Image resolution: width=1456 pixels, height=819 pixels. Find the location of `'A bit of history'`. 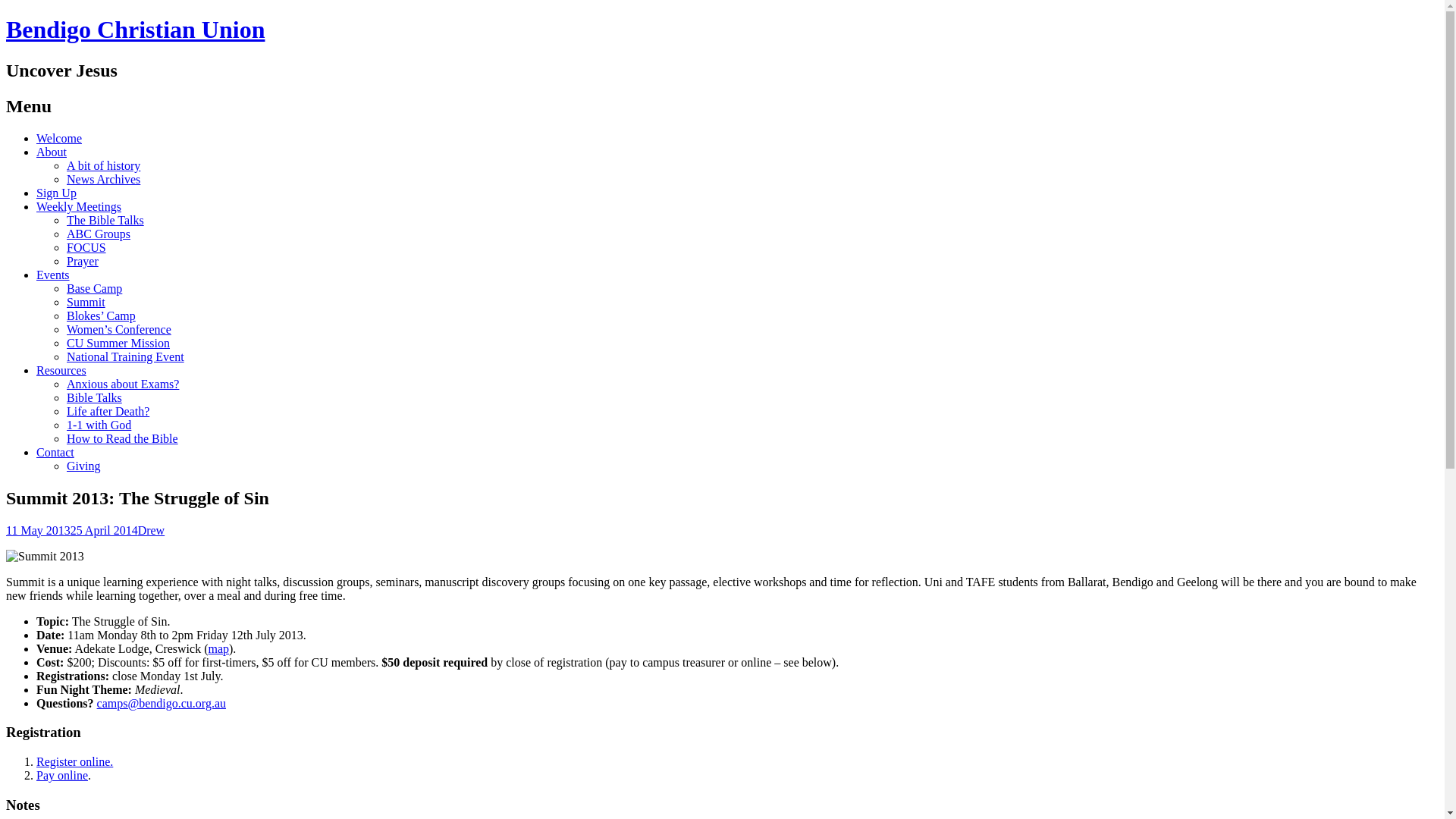

'A bit of history' is located at coordinates (102, 165).